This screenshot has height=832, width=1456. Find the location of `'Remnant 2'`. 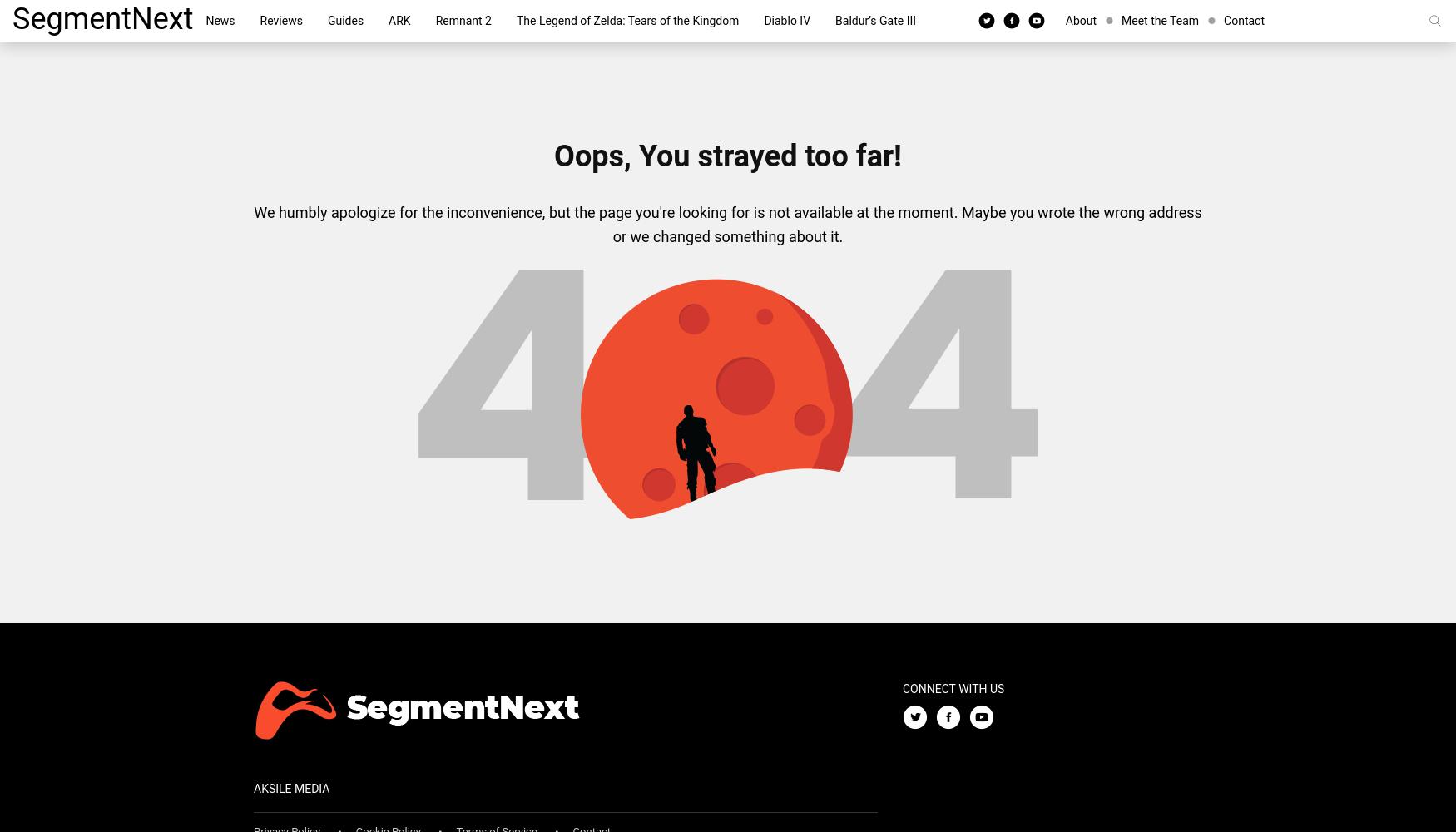

'Remnant 2' is located at coordinates (434, 21).